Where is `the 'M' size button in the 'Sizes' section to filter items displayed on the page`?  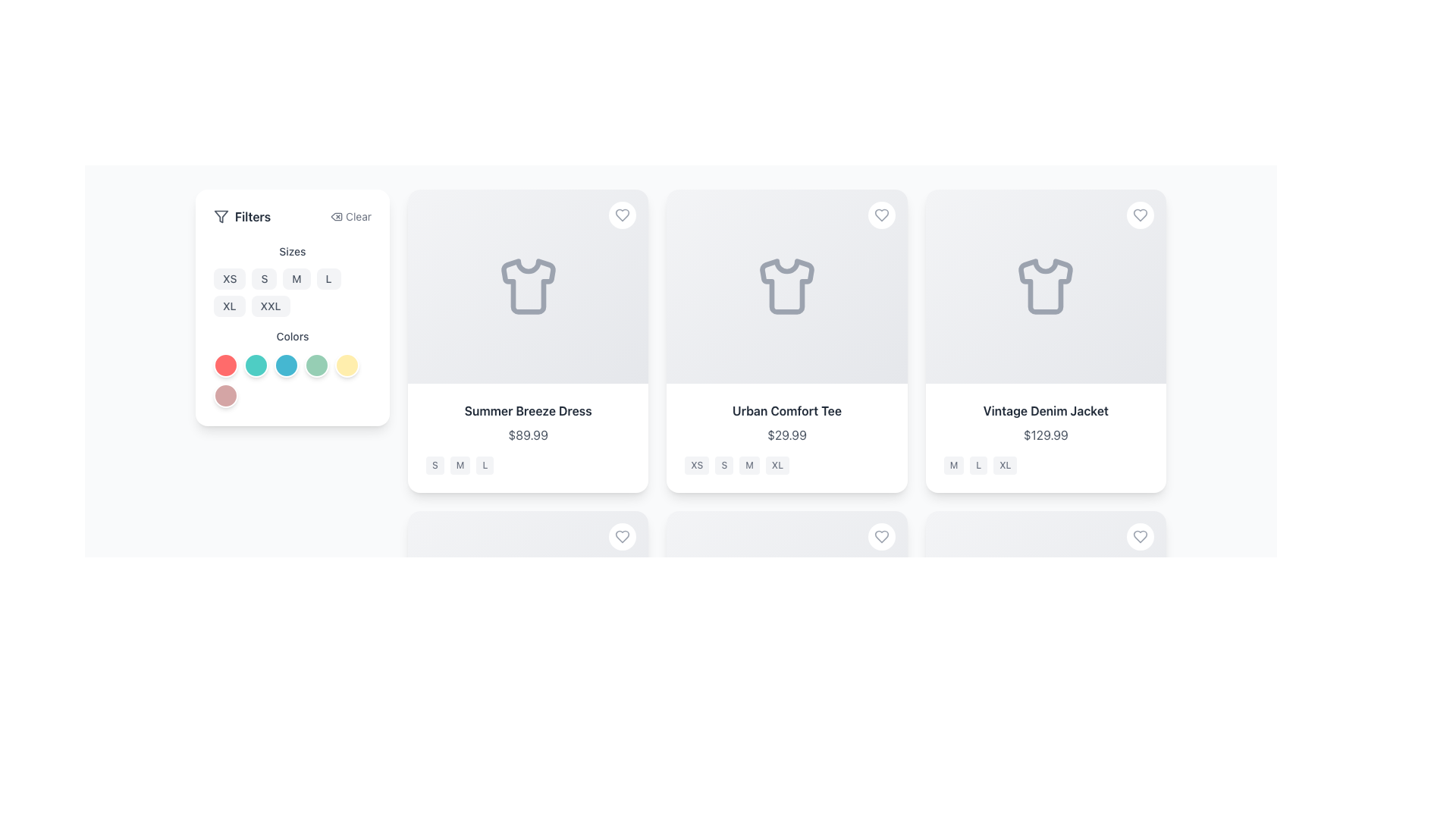
the 'M' size button in the 'Sizes' section to filter items displayed on the page is located at coordinates (297, 278).